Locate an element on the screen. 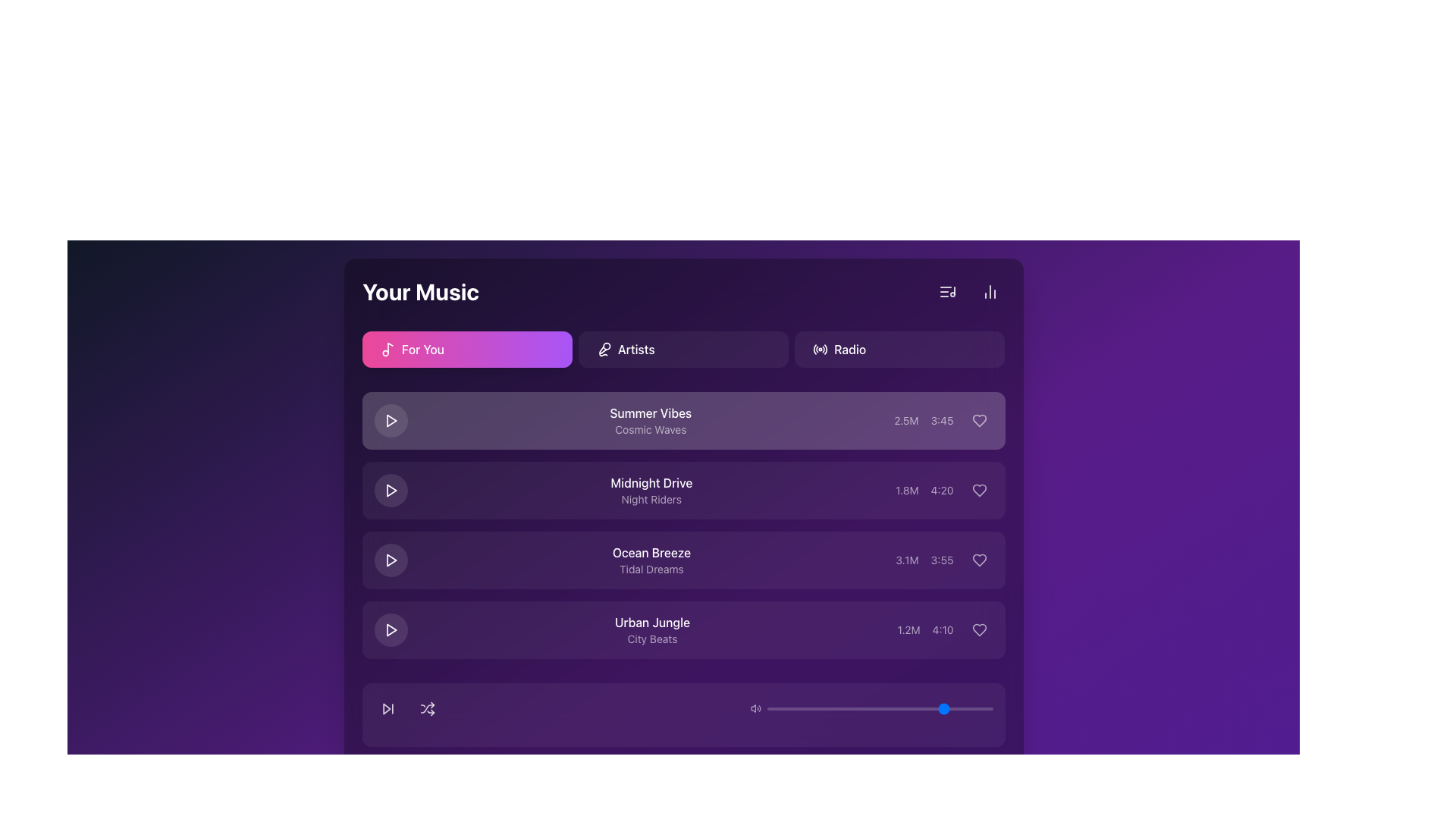 The height and width of the screenshot is (819, 1456). the circular button with a soft purple background and a vertical-column chart icon is located at coordinates (990, 292).